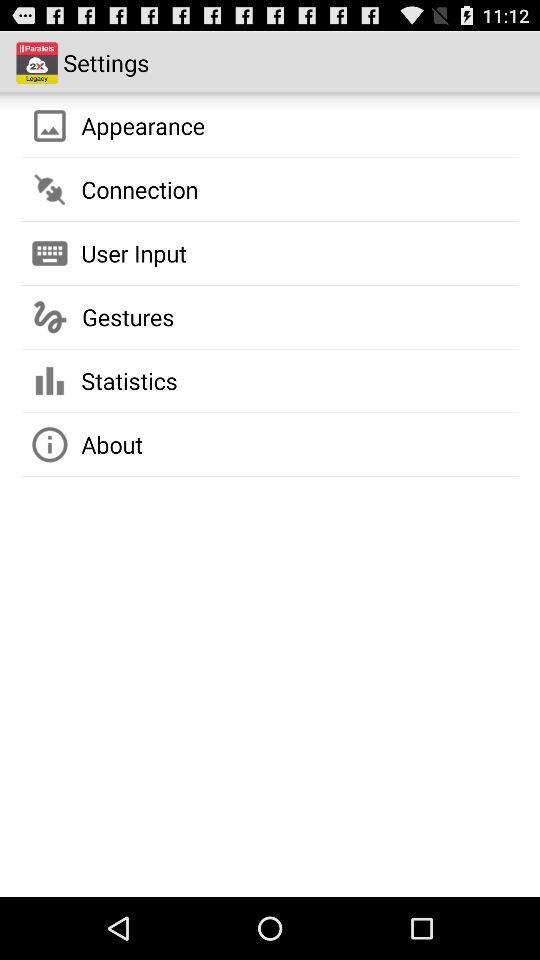 The width and height of the screenshot is (540, 960). Describe the element at coordinates (138, 189) in the screenshot. I see `connection icon` at that location.